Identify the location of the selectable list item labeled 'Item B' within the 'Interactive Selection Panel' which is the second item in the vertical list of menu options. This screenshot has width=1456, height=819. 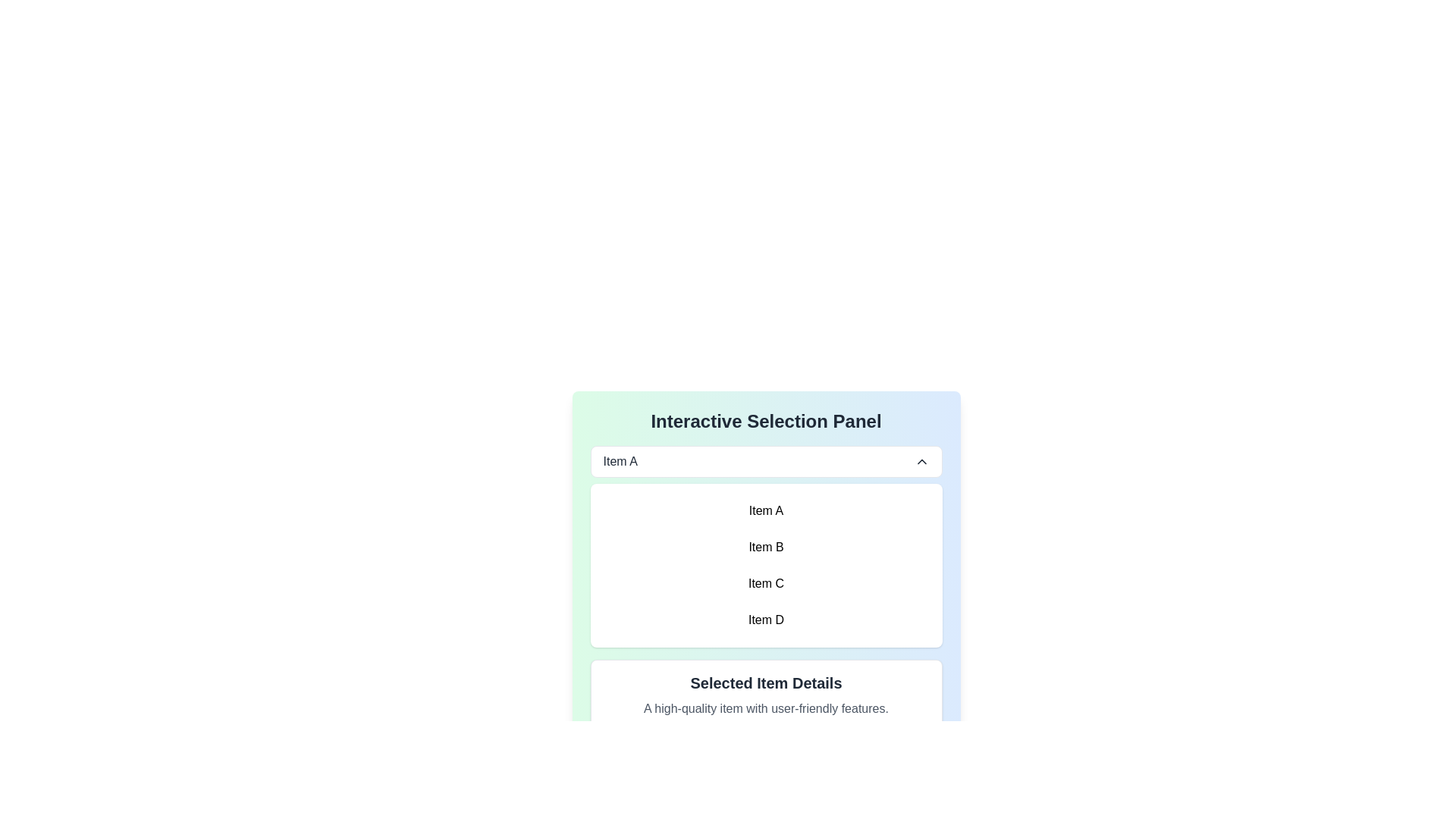
(766, 547).